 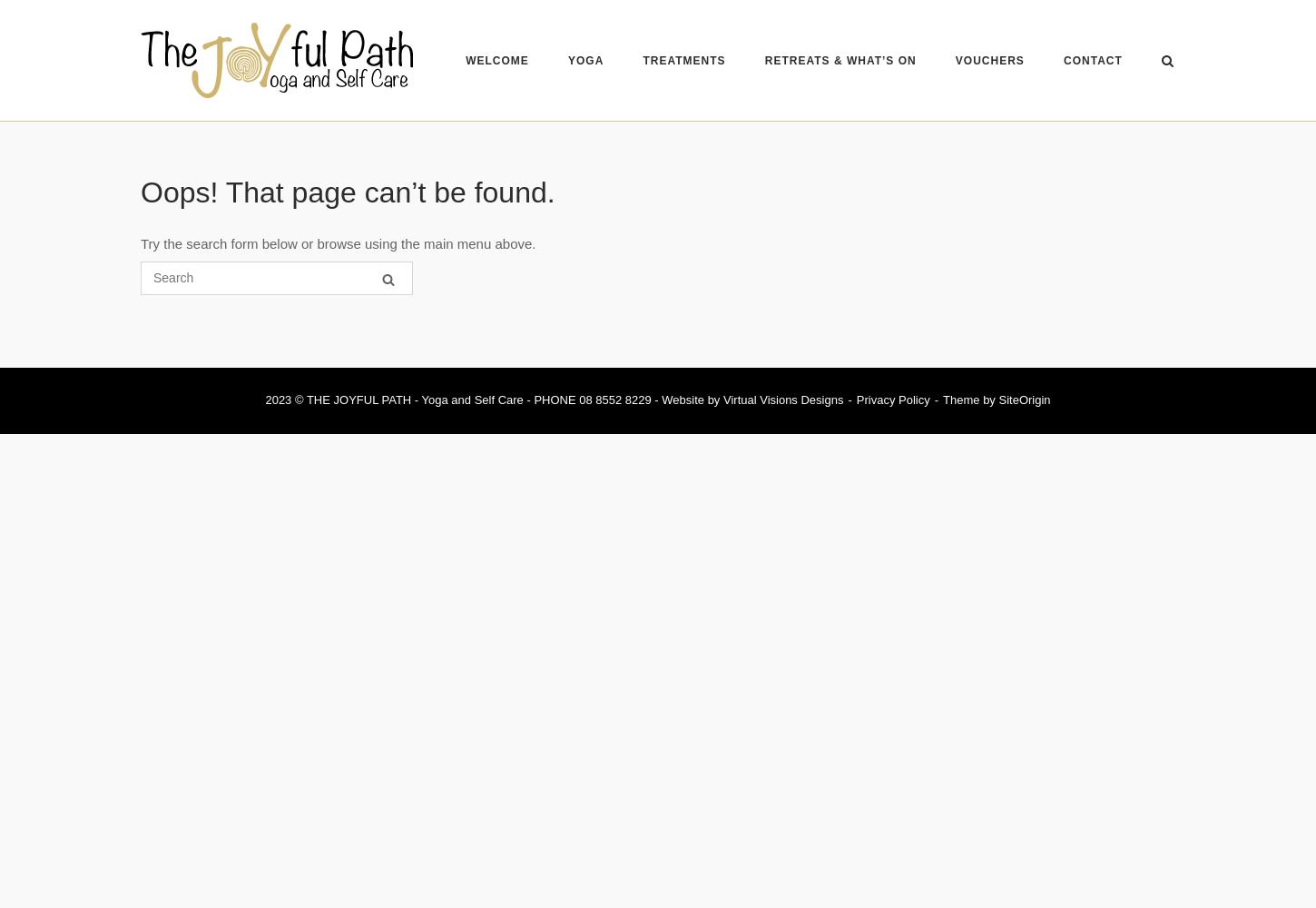 I want to click on 'CLASS SCHEDULE', so click(x=640, y=88).